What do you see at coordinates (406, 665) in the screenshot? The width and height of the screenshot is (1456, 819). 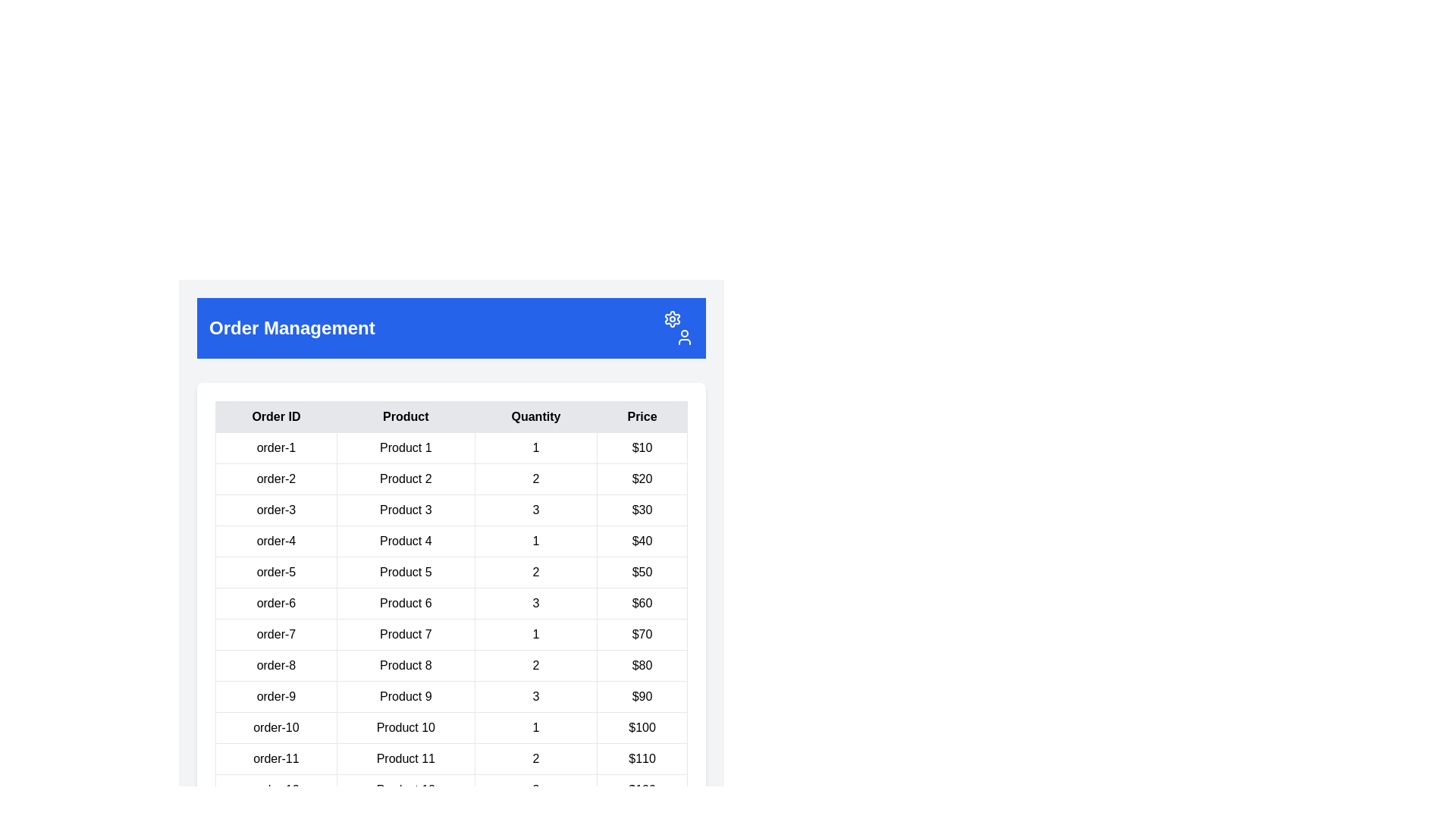 I see `the table cell displaying the product name for order-8, which is located in the second column under the 'Product' header, to gain context by clicking on it` at bounding box center [406, 665].